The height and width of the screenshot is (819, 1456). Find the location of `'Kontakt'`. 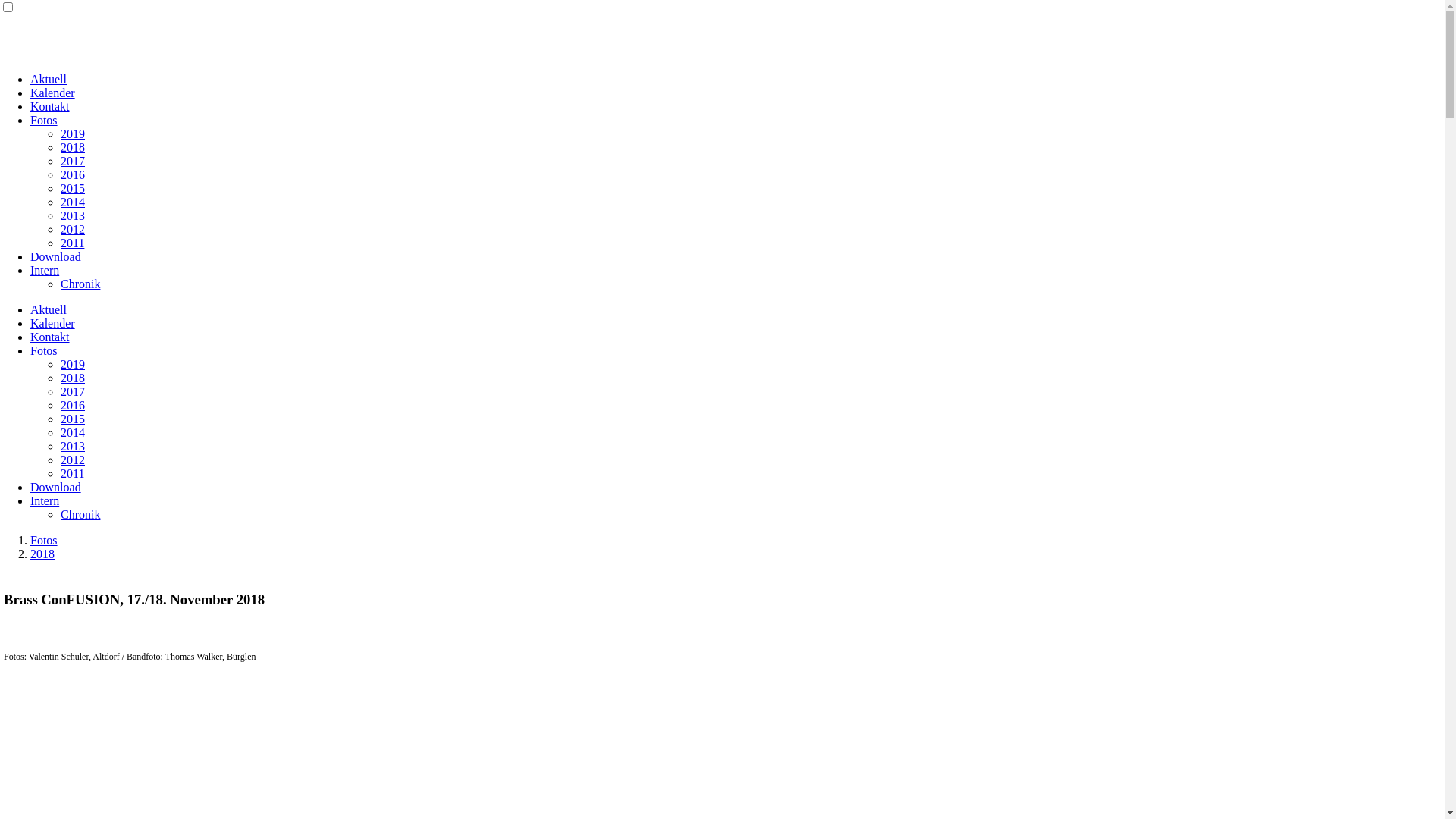

'Kontakt' is located at coordinates (50, 105).